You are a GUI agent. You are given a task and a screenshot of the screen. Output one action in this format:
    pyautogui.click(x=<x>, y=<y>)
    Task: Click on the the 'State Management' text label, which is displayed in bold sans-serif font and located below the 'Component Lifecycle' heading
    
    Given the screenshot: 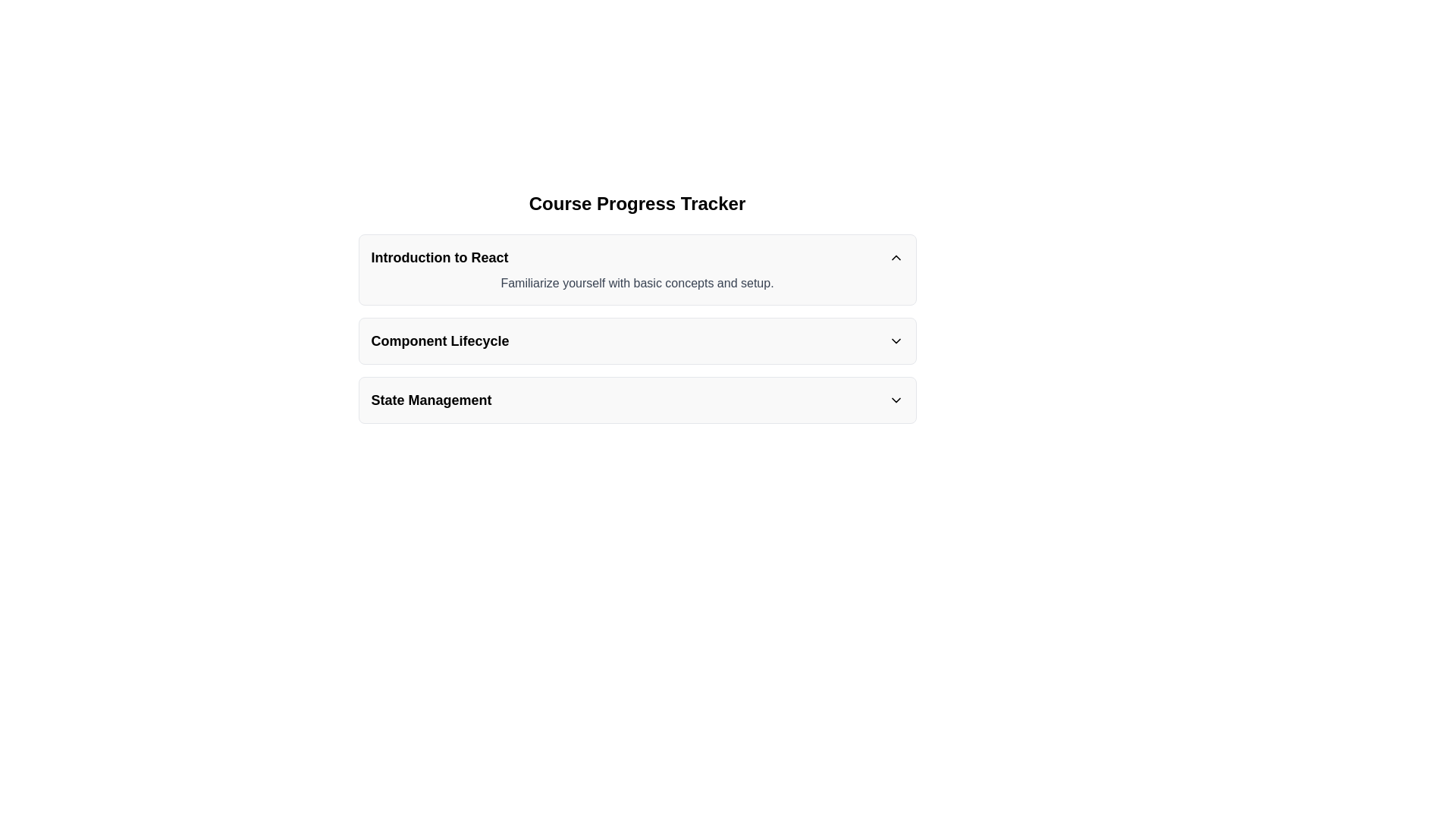 What is the action you would take?
    pyautogui.click(x=431, y=400)
    